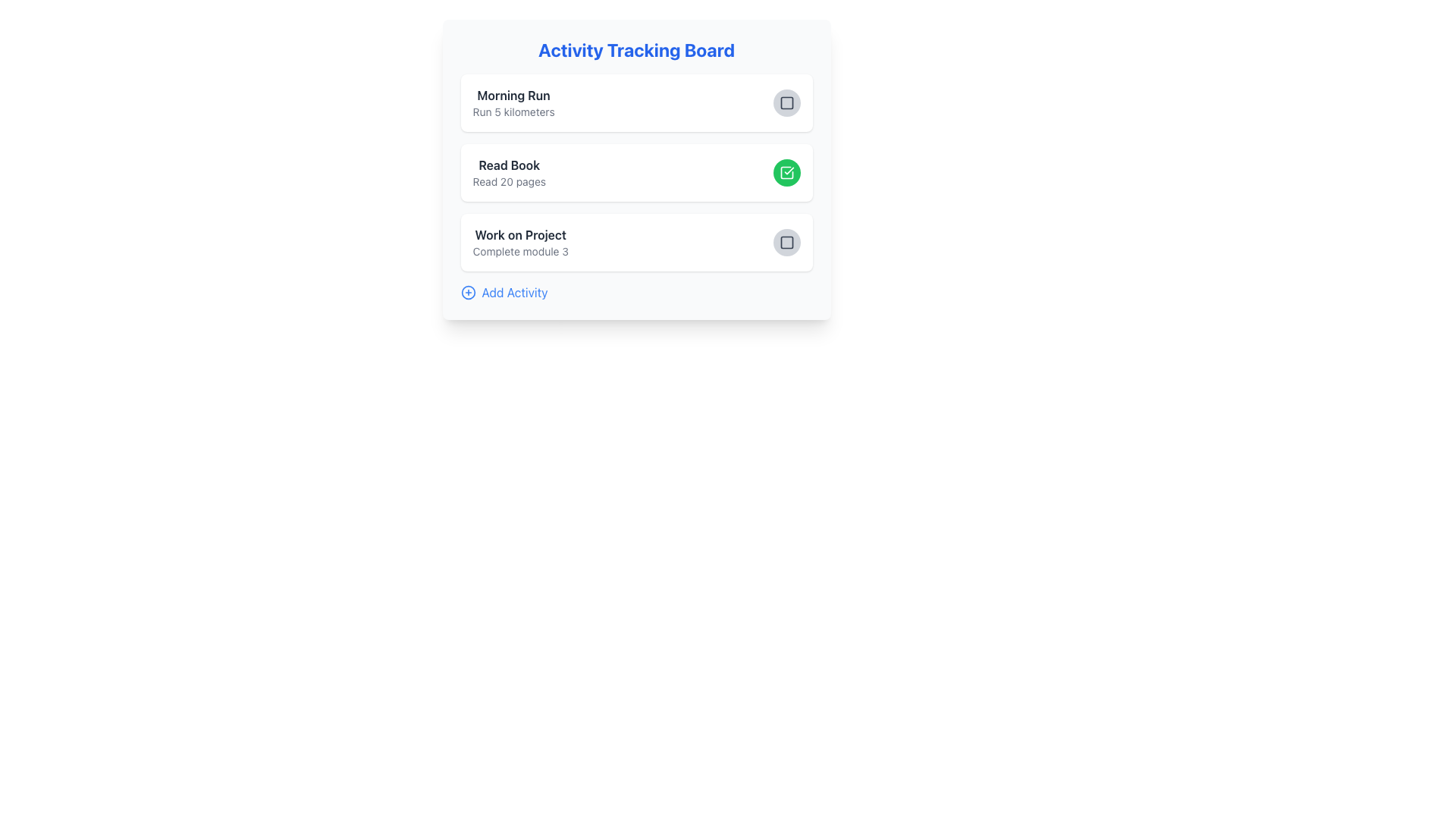 This screenshot has height=819, width=1456. What do you see at coordinates (515, 292) in the screenshot?
I see `the Text Label displaying 'Add Activity' located to the right of the circular blue icon with a white plus sign` at bounding box center [515, 292].